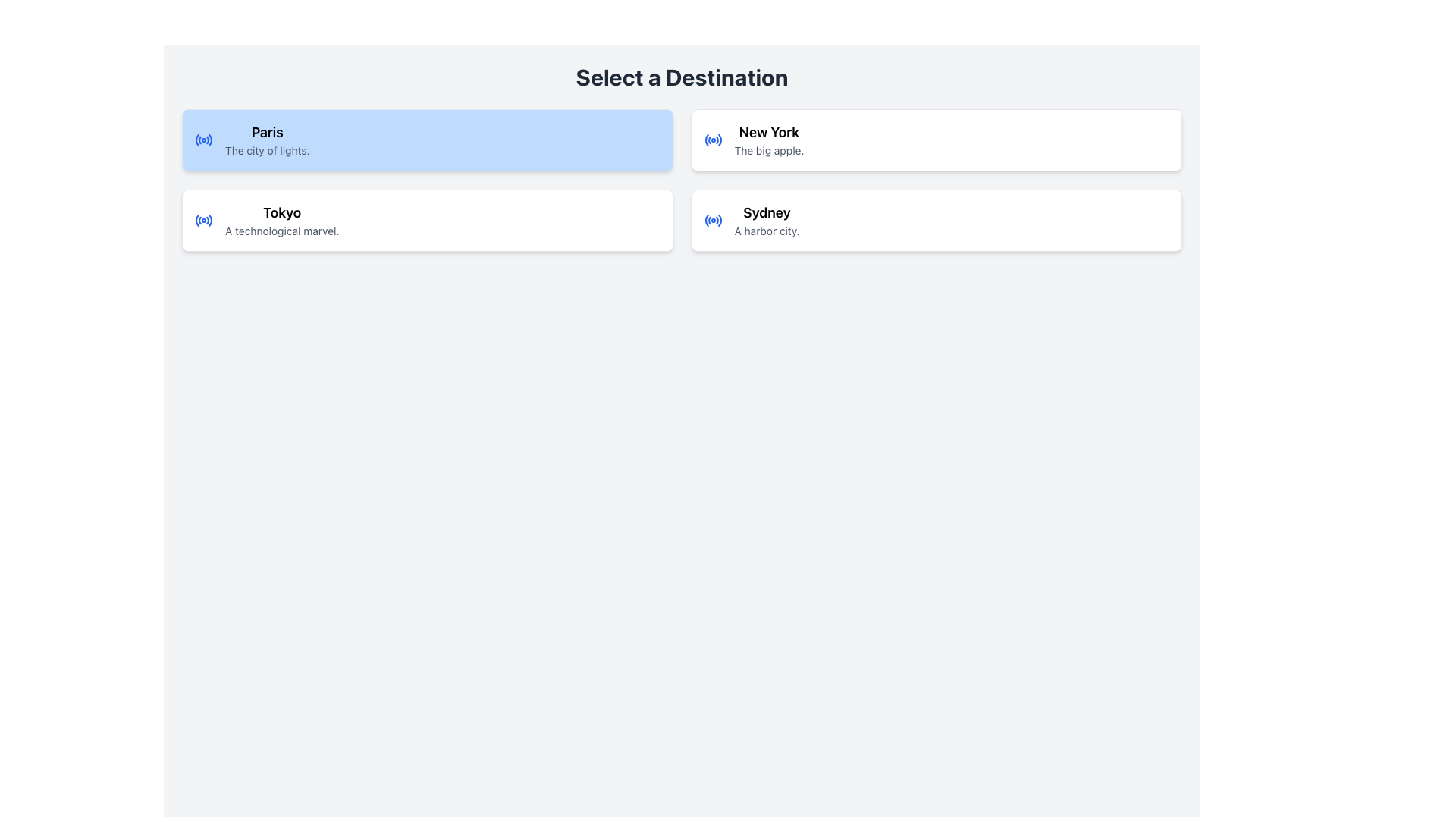  What do you see at coordinates (767, 231) in the screenshot?
I see `the text label reading 'A harbor city.' located beneath the title 'Sydney' in the right-bottom card of the 'Select a Destination' interface` at bounding box center [767, 231].